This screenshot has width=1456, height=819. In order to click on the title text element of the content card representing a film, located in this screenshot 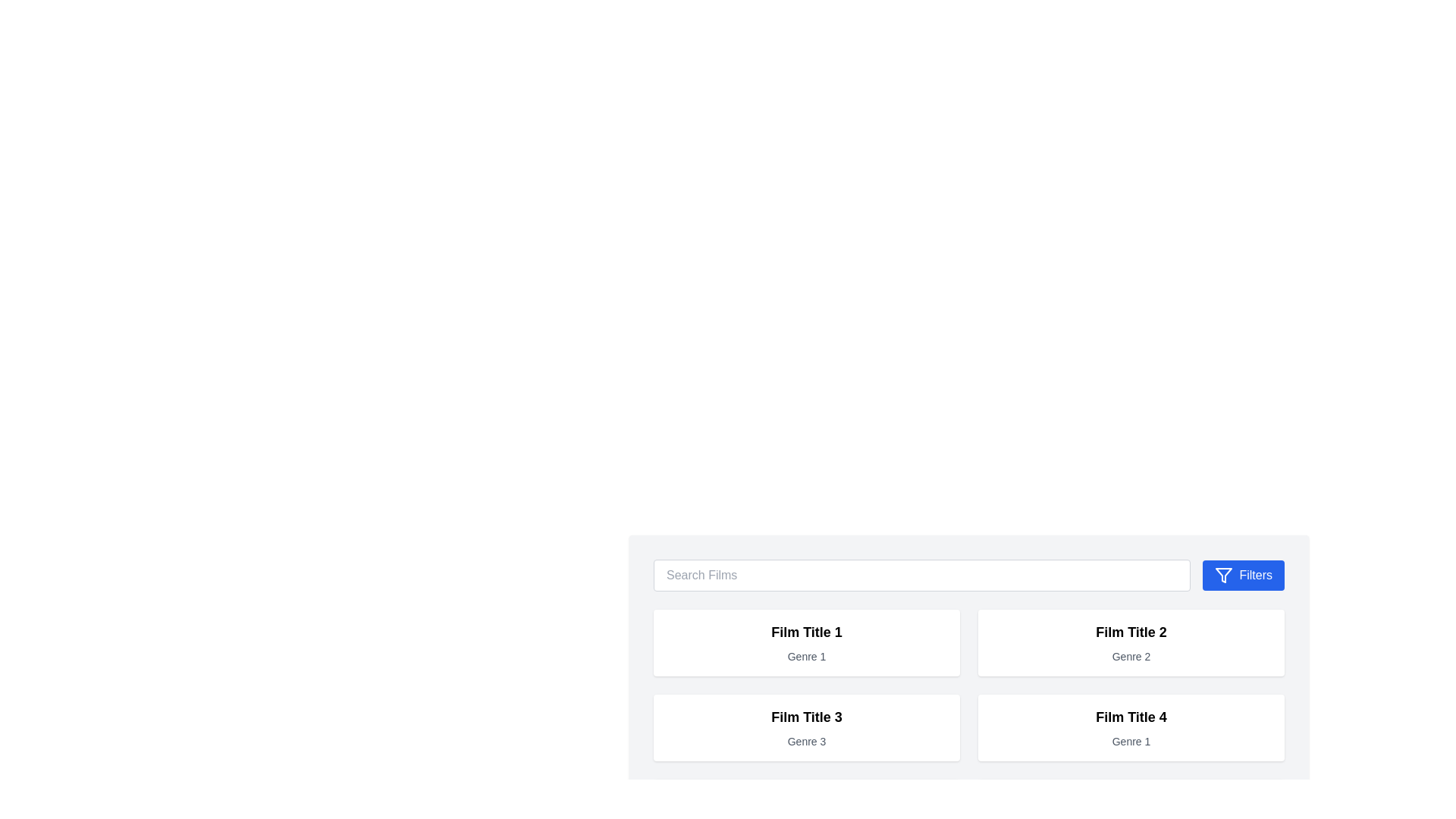, I will do `click(1131, 717)`.